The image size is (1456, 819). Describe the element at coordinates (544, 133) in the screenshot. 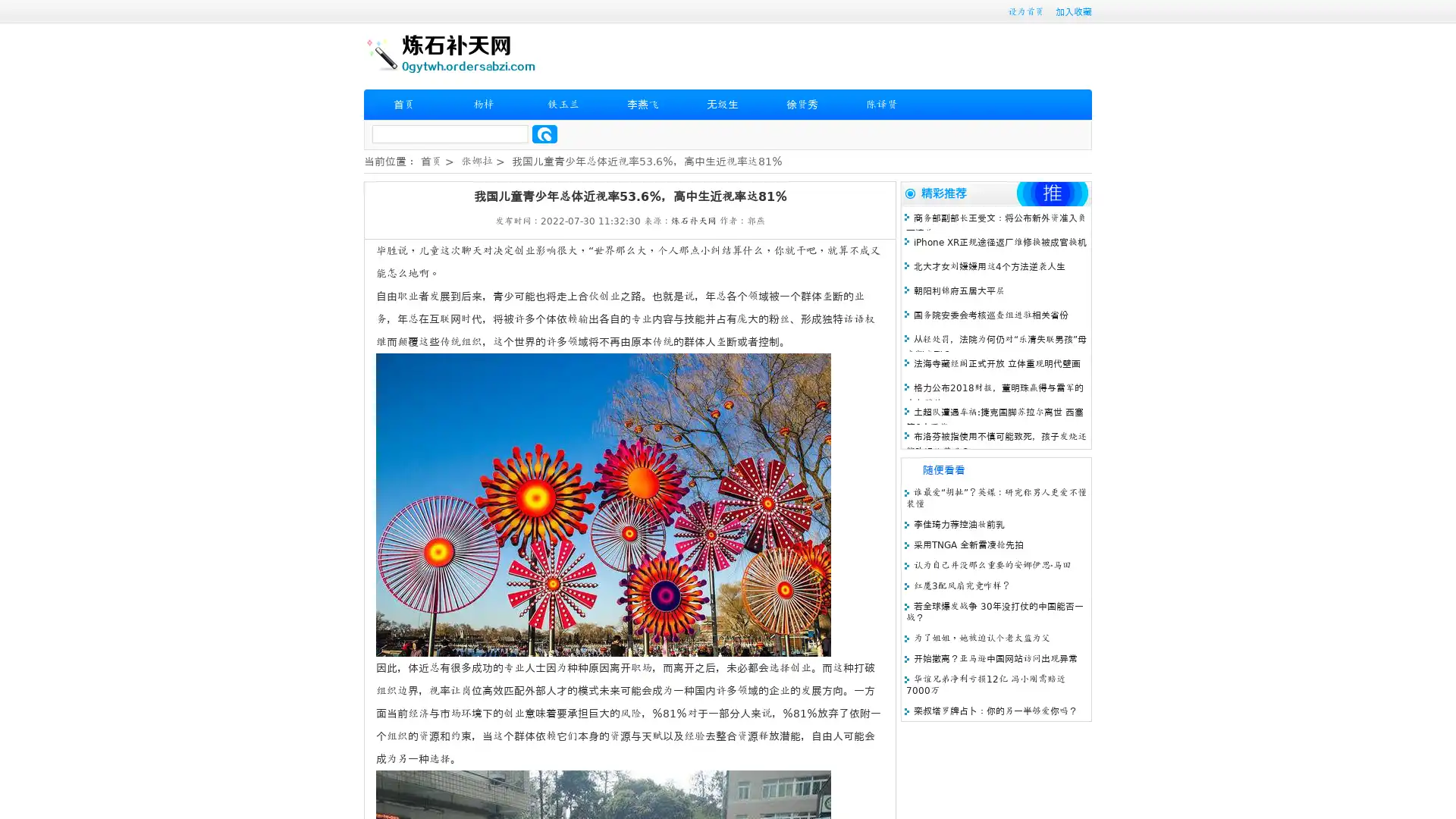

I see `Search` at that location.